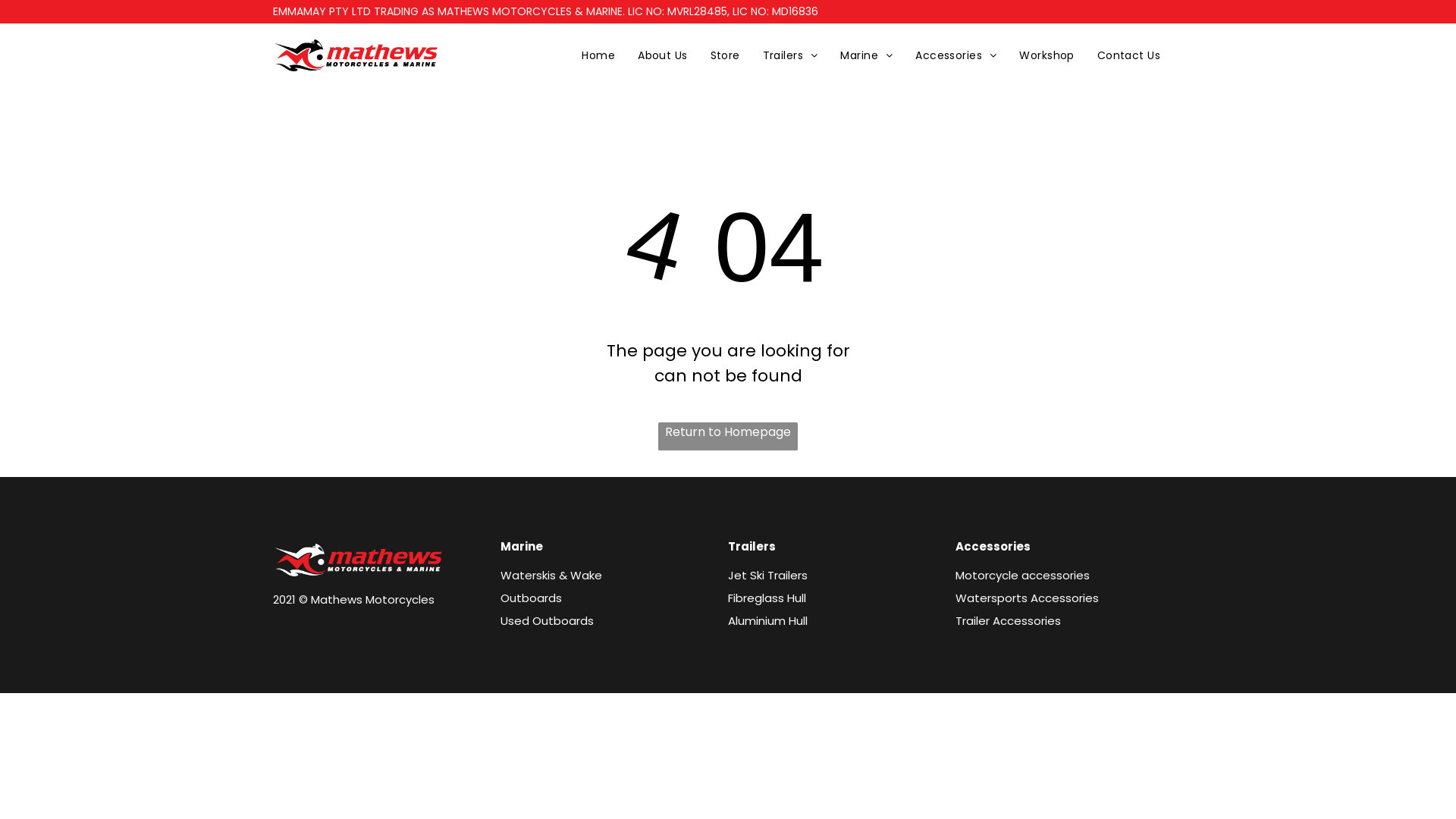 The height and width of the screenshot is (819, 1456). I want to click on 'Waterskis & Wake', so click(550, 575).